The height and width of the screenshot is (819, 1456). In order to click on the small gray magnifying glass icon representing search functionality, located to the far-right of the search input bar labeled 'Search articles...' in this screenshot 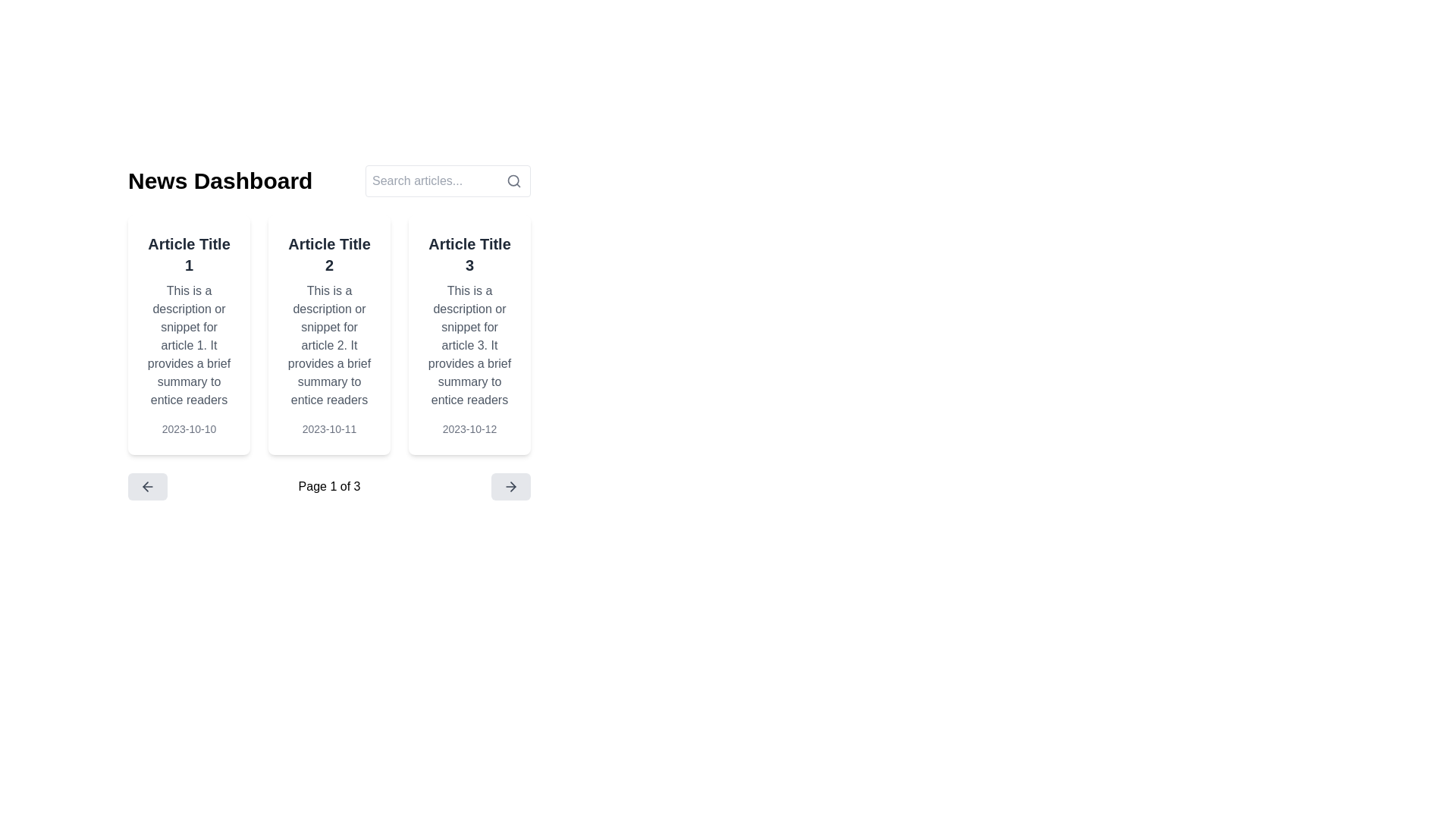, I will do `click(513, 180)`.